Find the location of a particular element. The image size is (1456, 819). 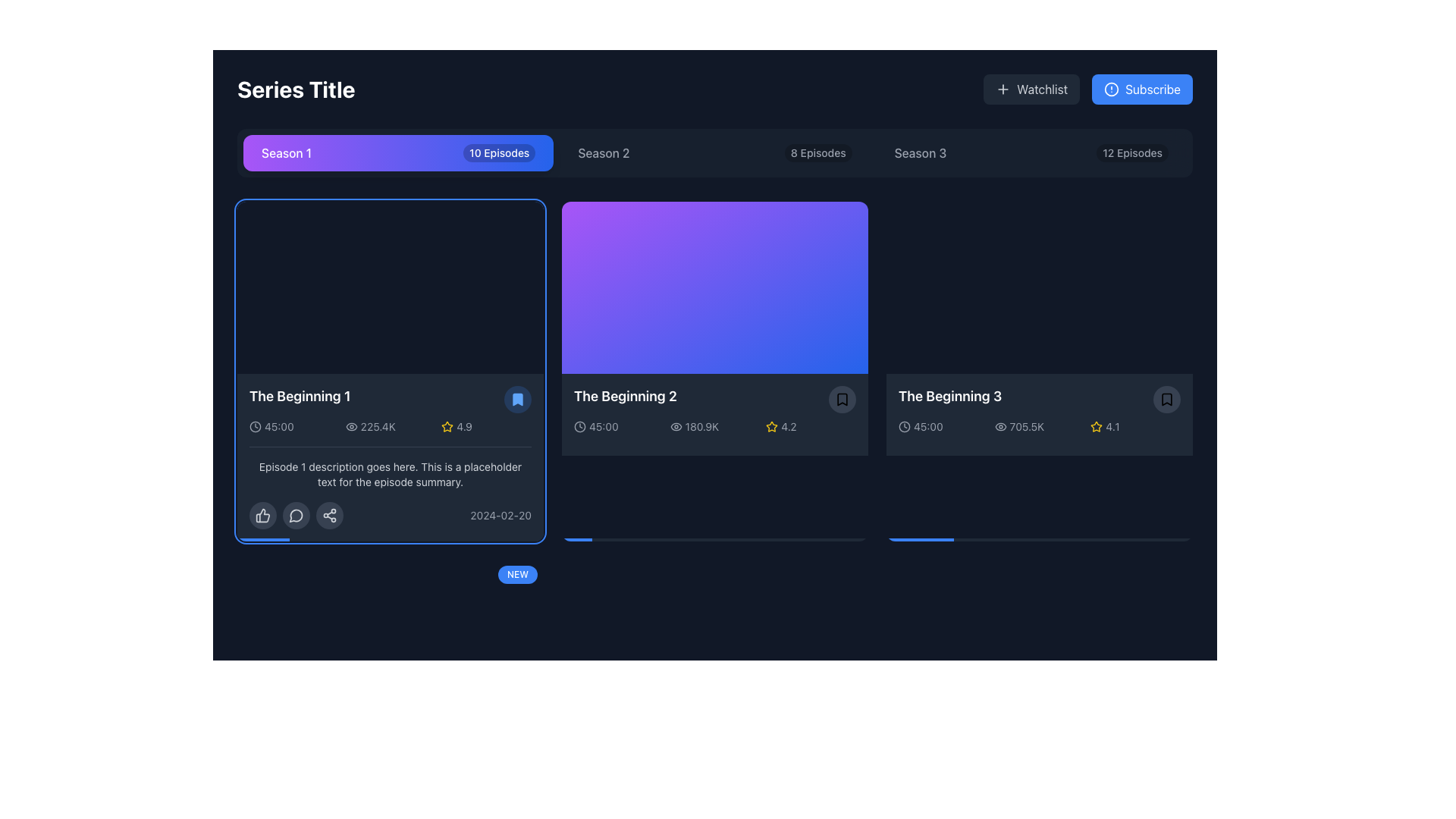

the clock icon located to the left of the '45:00' text within the card titled 'The Beginning 1', which represents the duration of the episode is located at coordinates (579, 427).